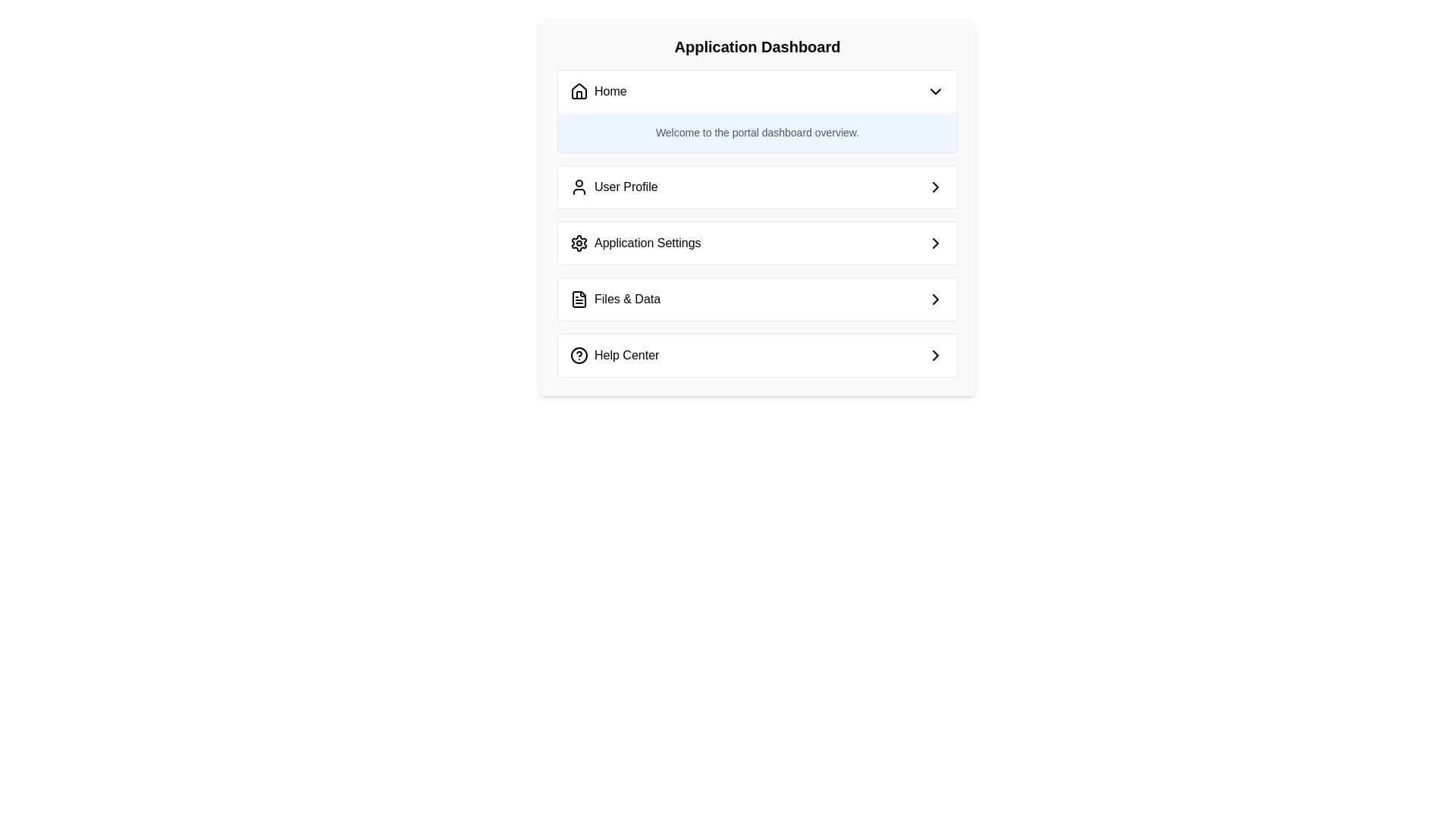 This screenshot has width=1456, height=819. I want to click on the SVG house icon representing the 'Home' button located at the top left of the main navigation section, so click(578, 91).